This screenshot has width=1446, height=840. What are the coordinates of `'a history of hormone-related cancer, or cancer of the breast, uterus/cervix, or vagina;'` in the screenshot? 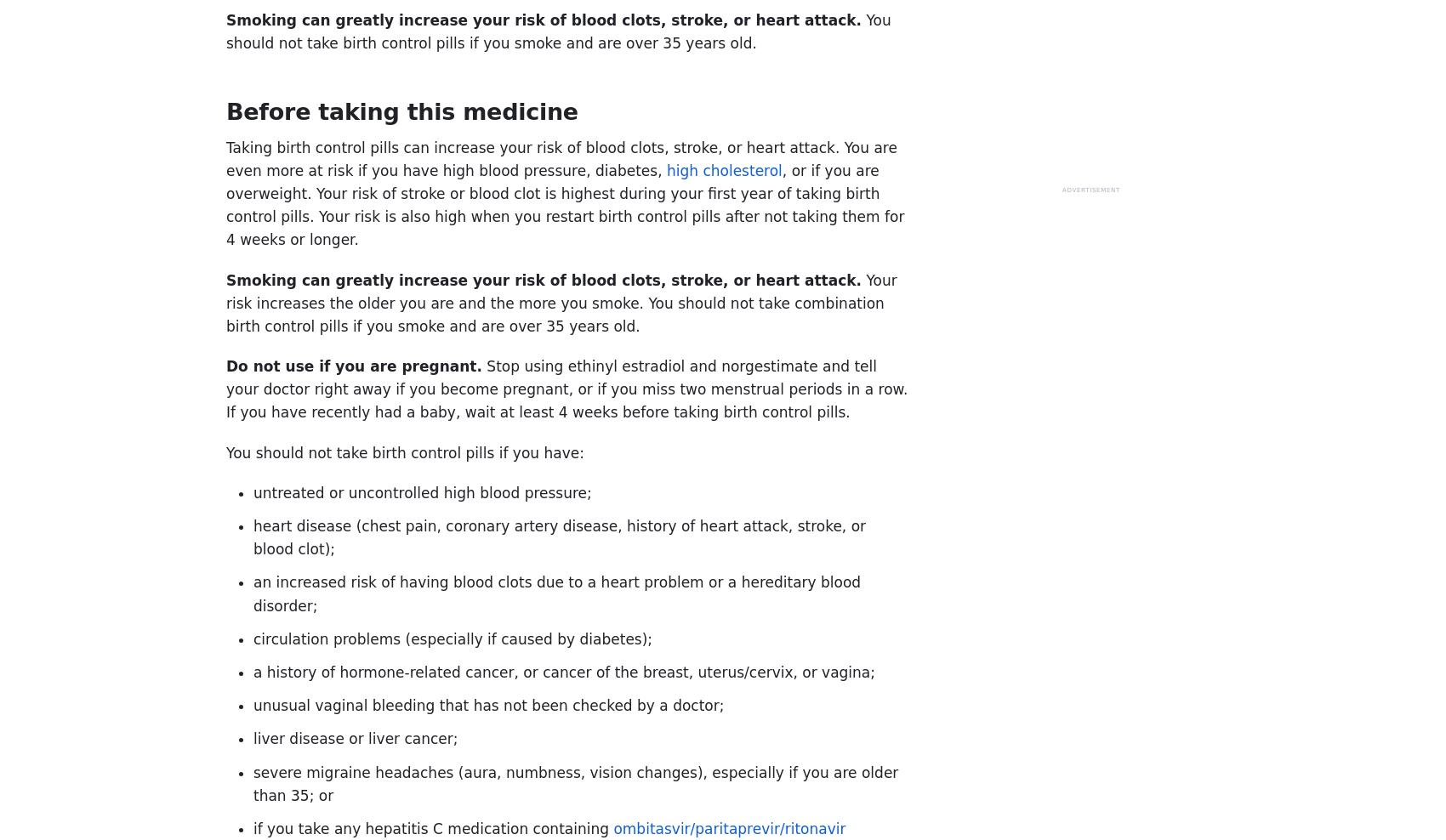 It's located at (564, 671).